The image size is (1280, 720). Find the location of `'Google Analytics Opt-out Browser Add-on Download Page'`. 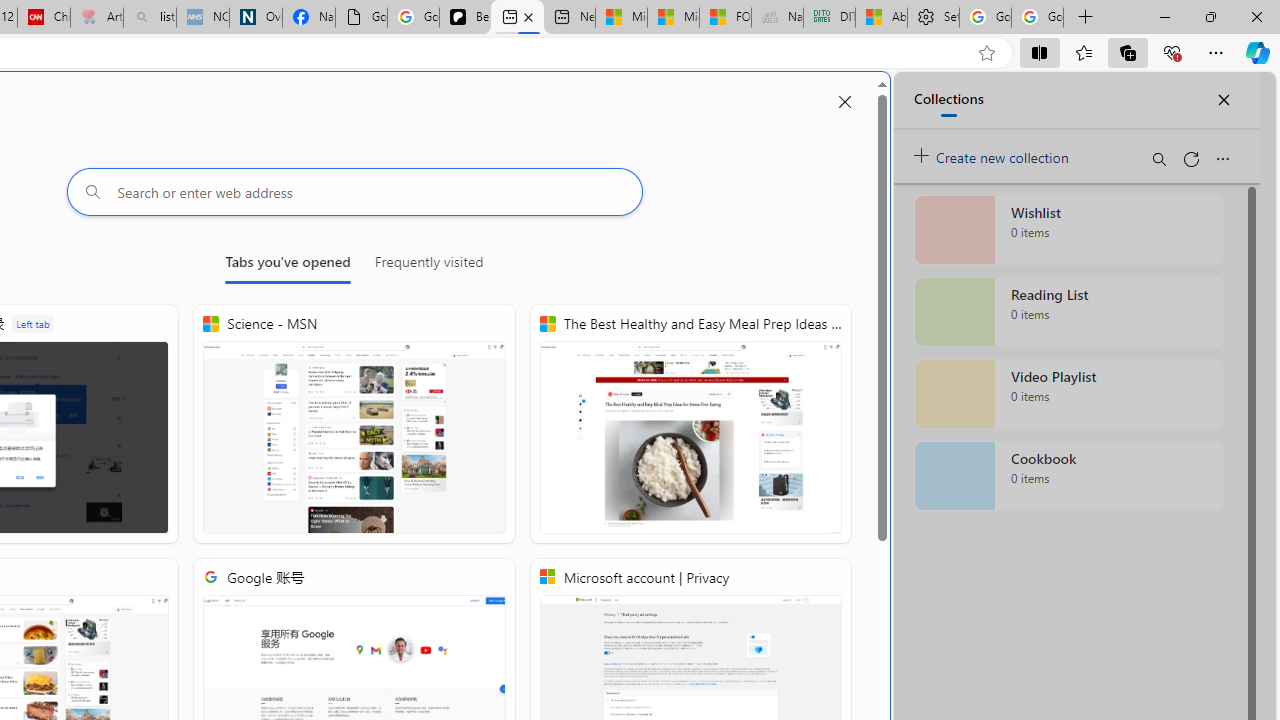

'Google Analytics Opt-out Browser Add-on Download Page' is located at coordinates (360, 17).